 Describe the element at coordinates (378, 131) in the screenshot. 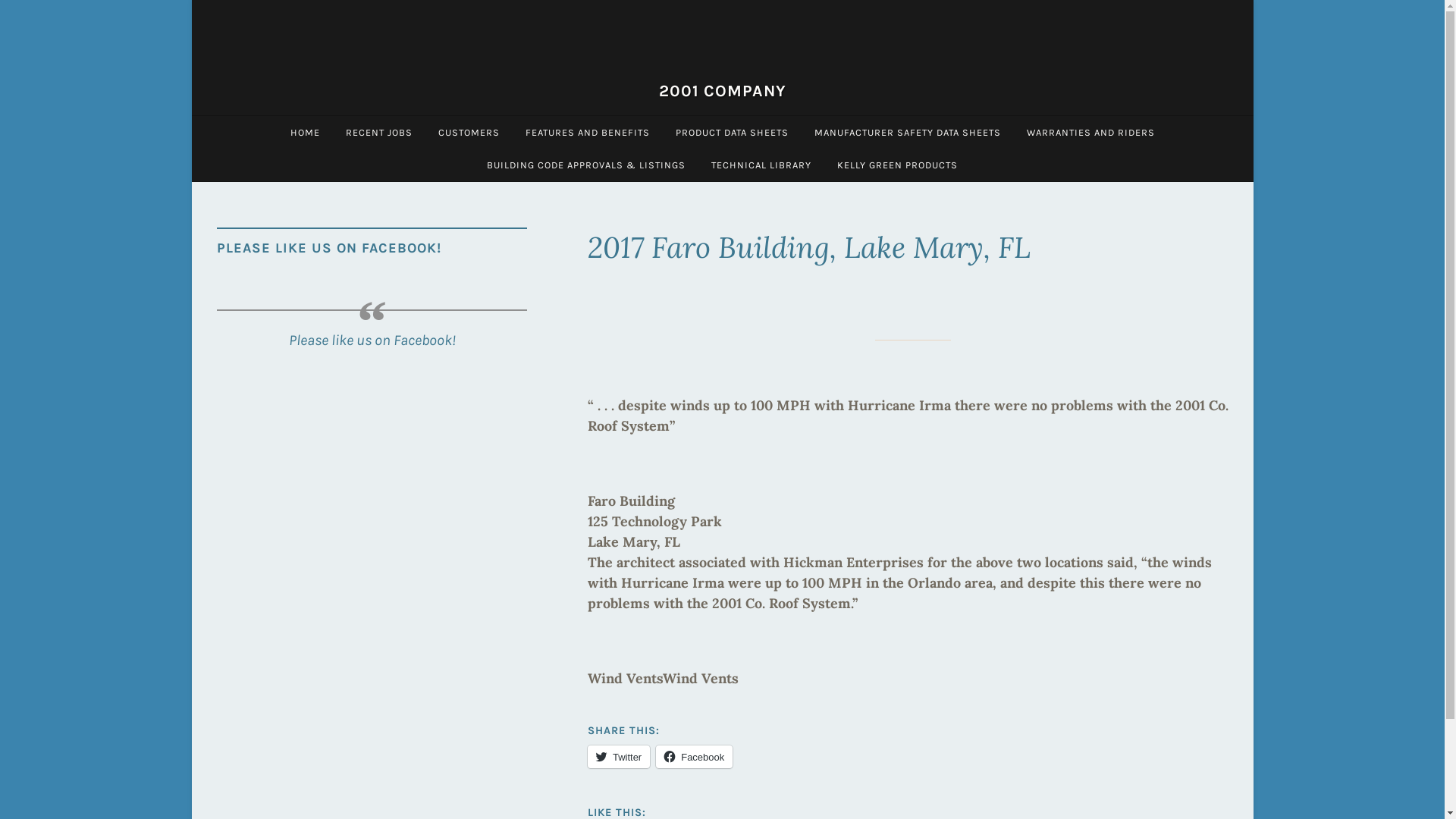

I see `'RECENT JOBS'` at that location.